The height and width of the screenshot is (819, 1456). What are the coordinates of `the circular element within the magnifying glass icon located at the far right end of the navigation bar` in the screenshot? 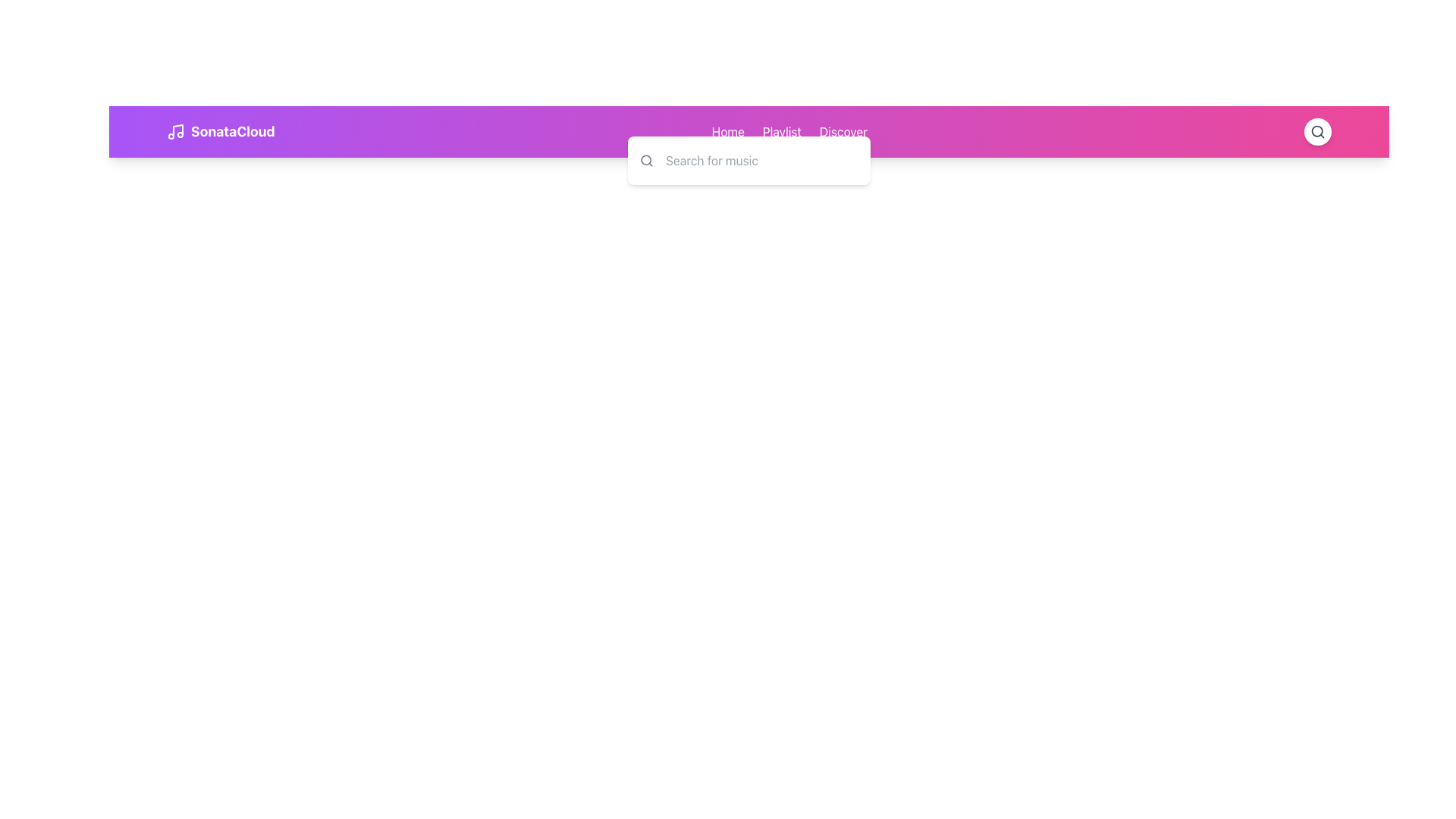 It's located at (1316, 130).